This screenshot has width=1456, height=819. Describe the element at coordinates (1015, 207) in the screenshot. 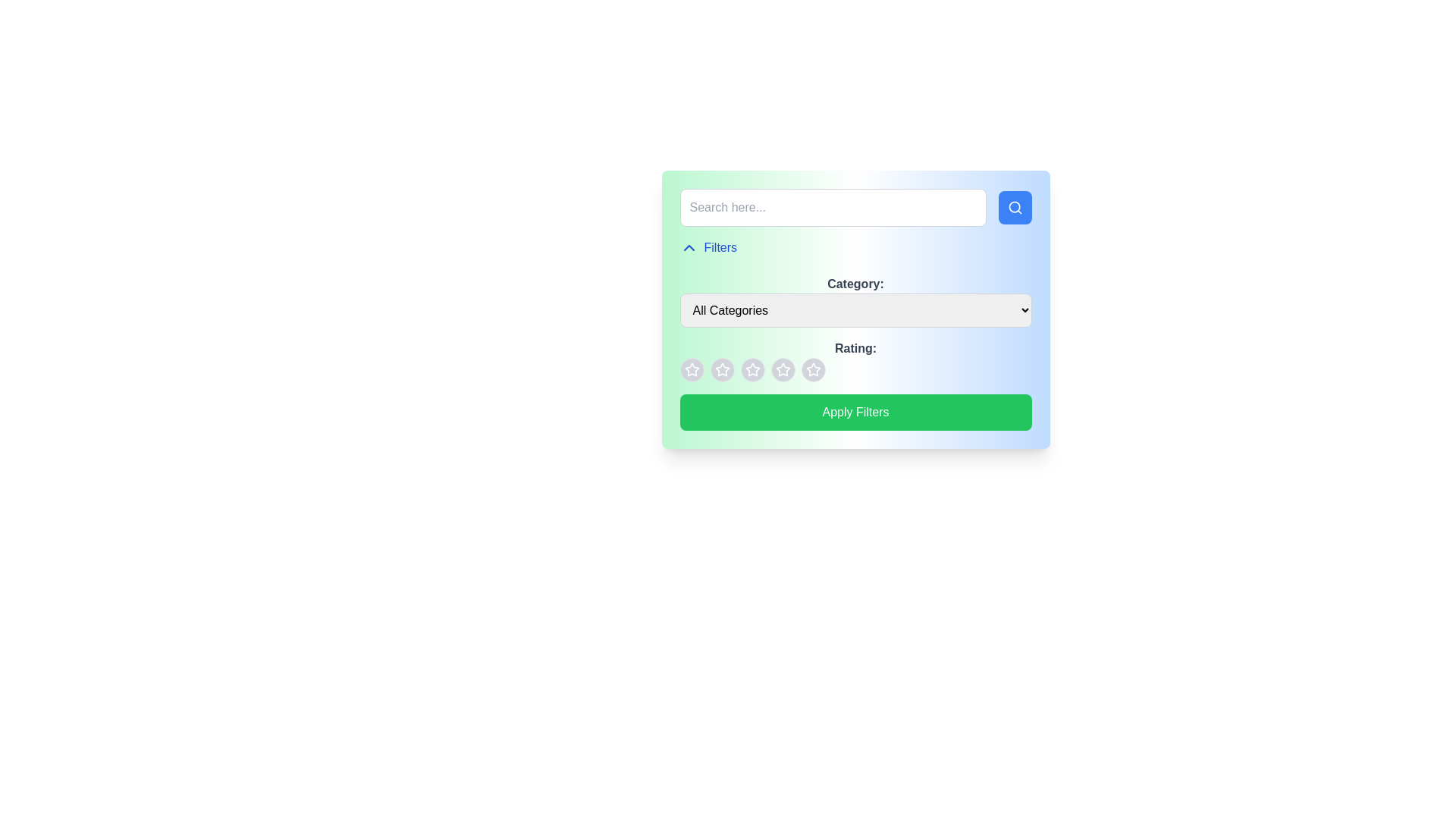

I see `the search button with a blue background and a white magnifying glass icon` at that location.